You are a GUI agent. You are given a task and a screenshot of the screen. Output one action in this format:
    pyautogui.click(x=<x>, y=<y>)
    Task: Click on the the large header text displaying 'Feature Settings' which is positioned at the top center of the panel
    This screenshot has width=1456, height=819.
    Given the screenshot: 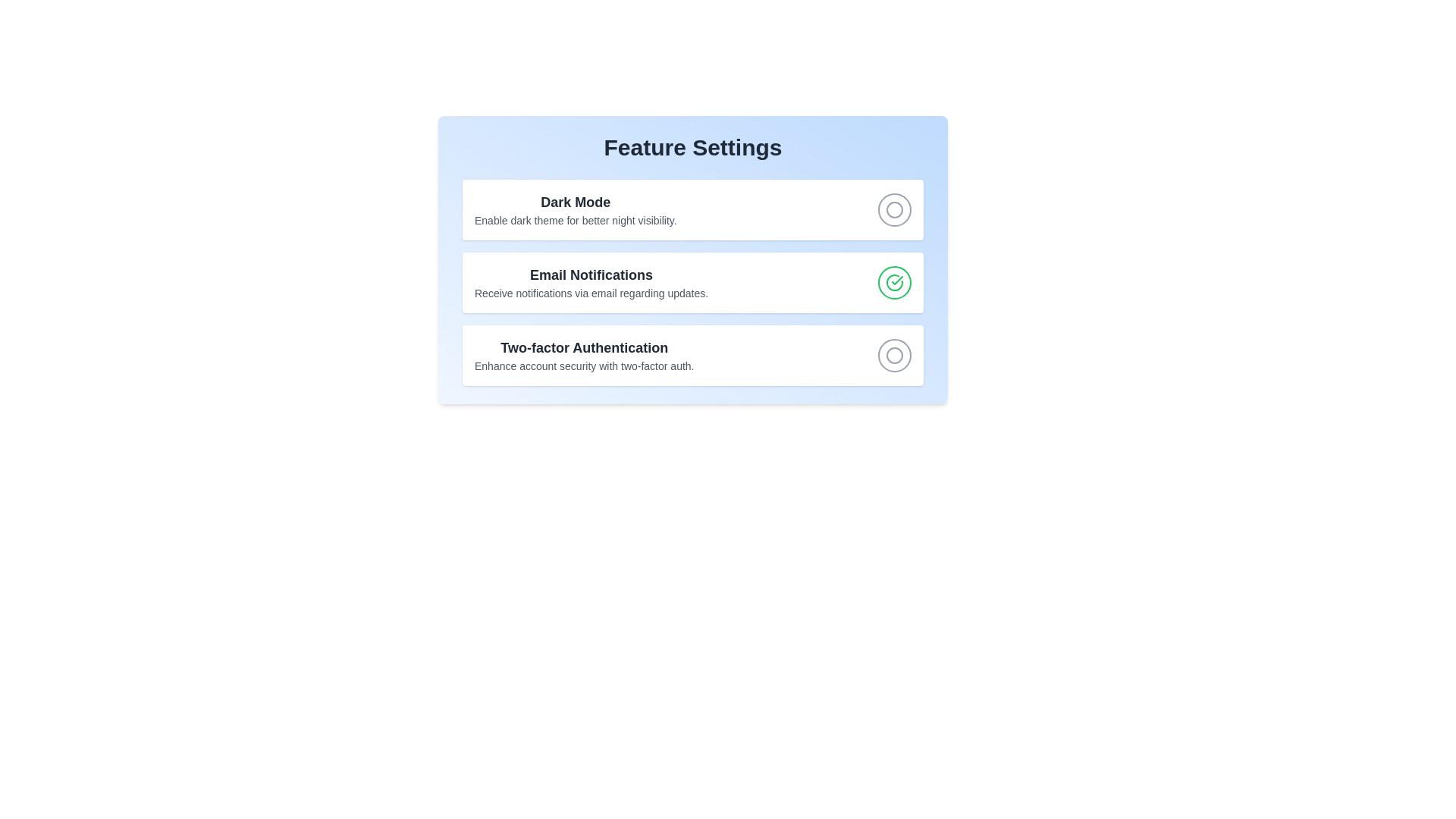 What is the action you would take?
    pyautogui.click(x=692, y=148)
    